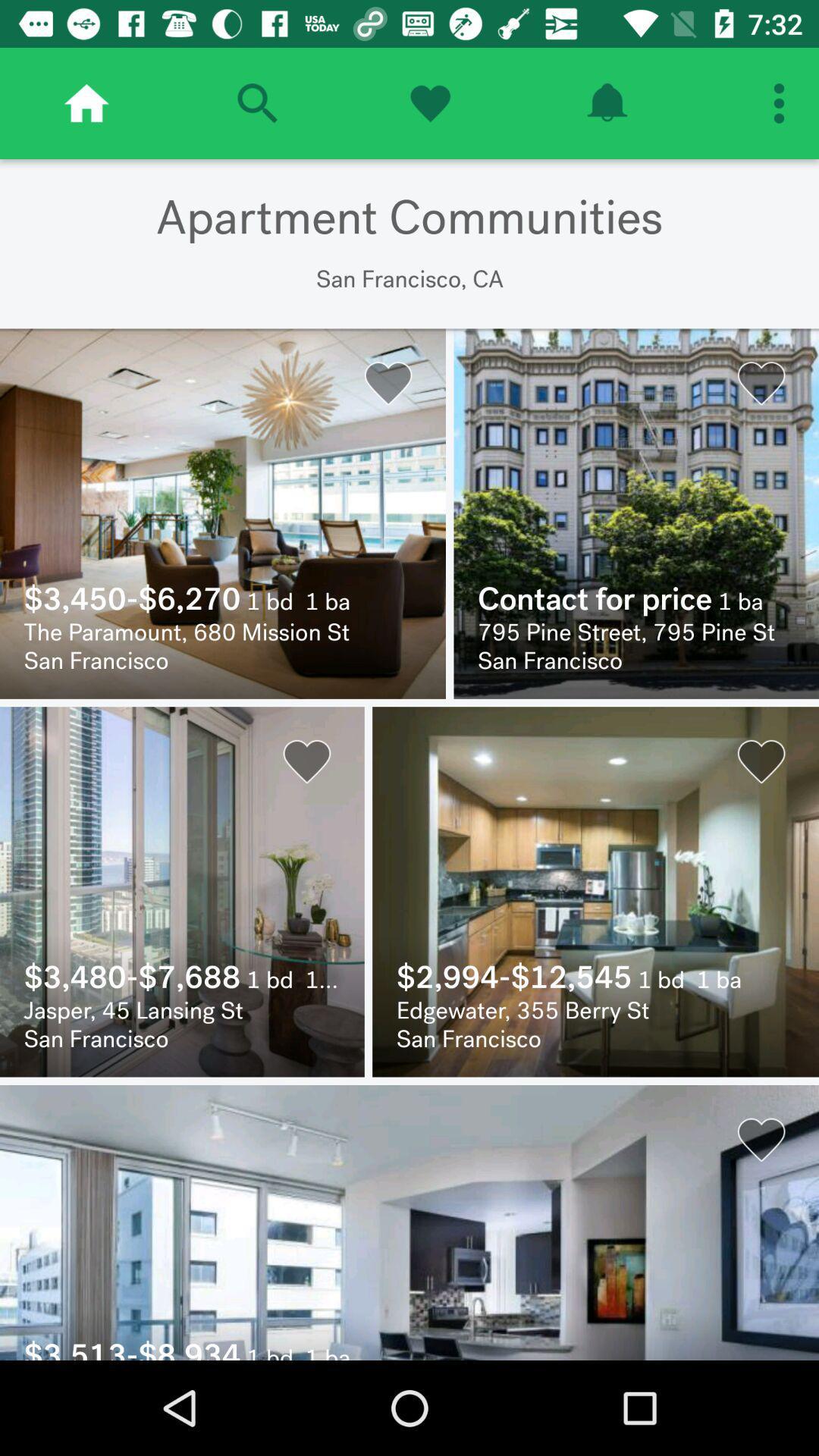 This screenshot has height=1456, width=819. What do you see at coordinates (606, 102) in the screenshot?
I see `subscribe` at bounding box center [606, 102].